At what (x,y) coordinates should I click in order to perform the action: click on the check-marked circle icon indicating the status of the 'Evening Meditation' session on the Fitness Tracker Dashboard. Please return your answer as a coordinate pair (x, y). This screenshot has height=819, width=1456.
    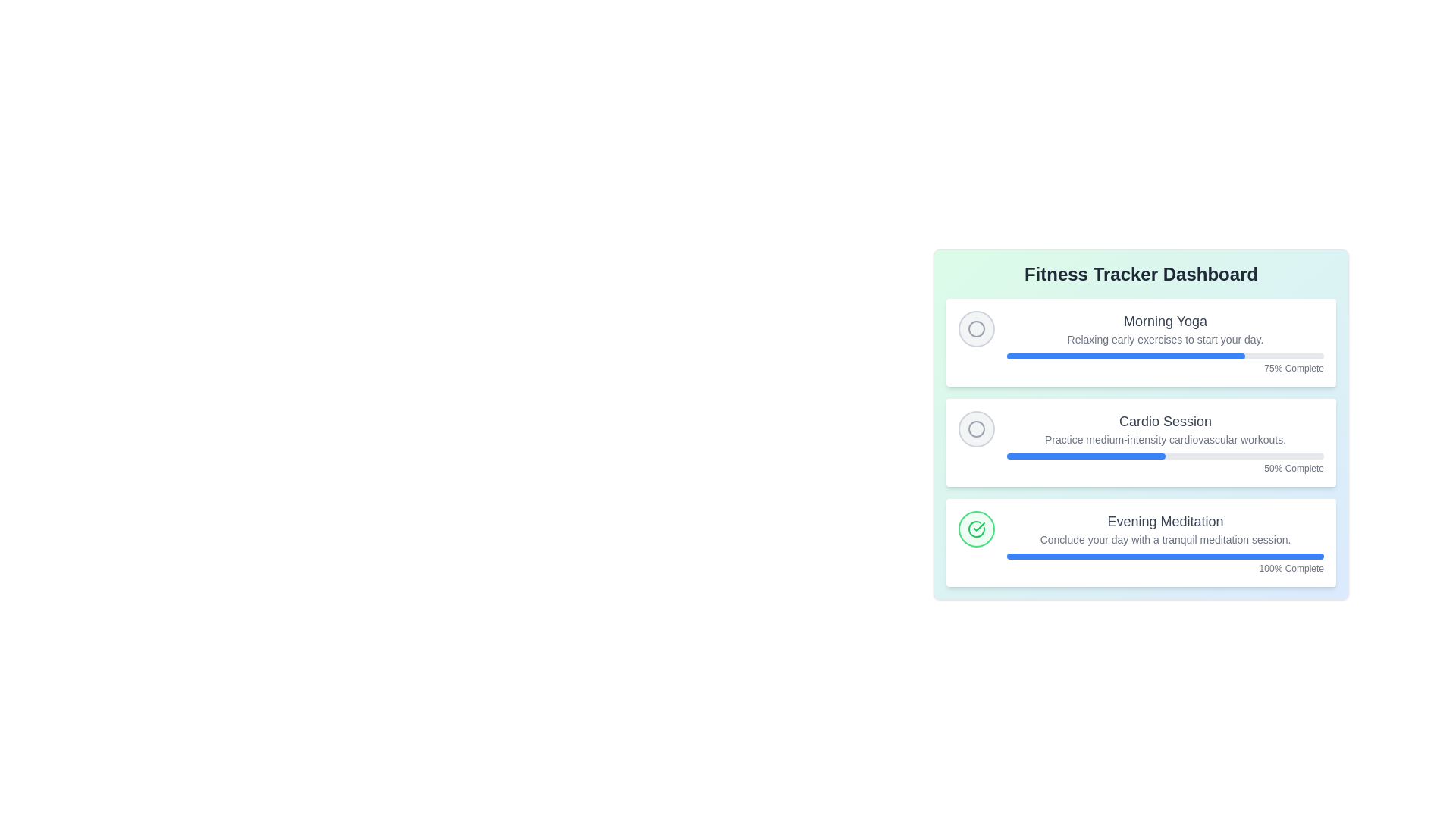
    Looking at the image, I should click on (976, 529).